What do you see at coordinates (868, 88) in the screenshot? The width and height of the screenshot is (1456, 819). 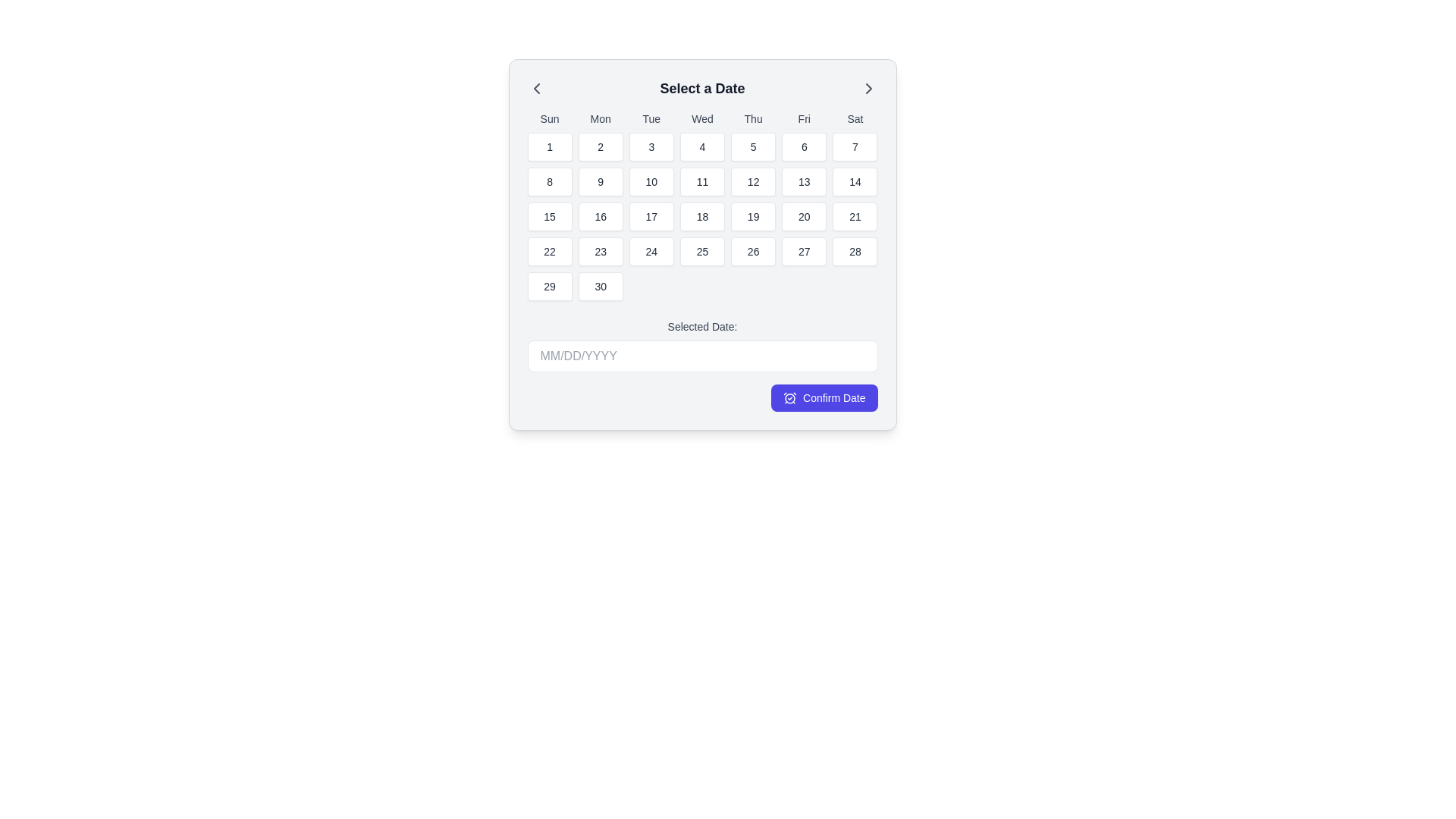 I see `the right-facing chevron icon in the header section labeled 'Select a Date'` at bounding box center [868, 88].